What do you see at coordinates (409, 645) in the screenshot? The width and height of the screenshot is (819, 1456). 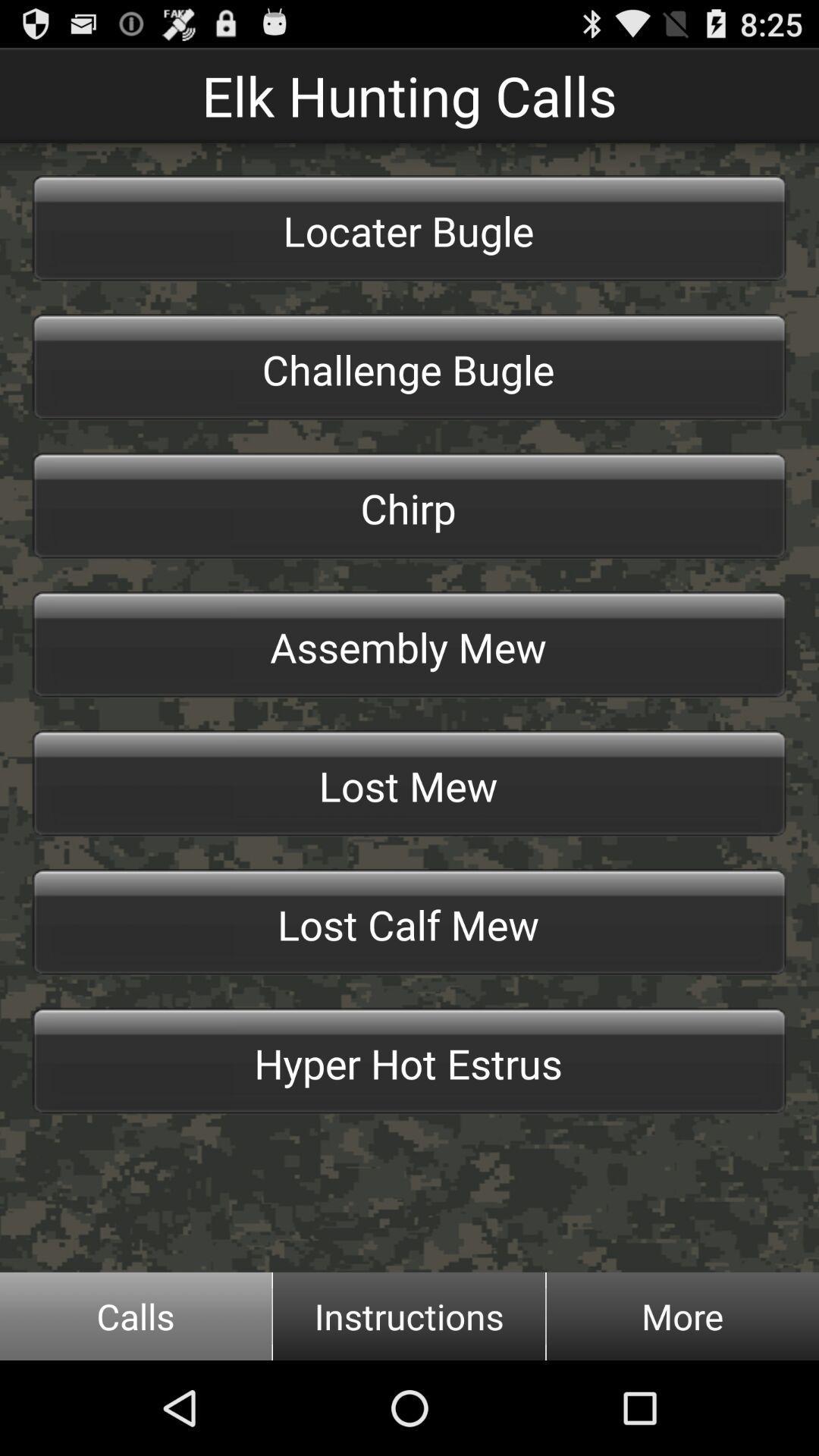 I see `item below chirp icon` at bounding box center [409, 645].